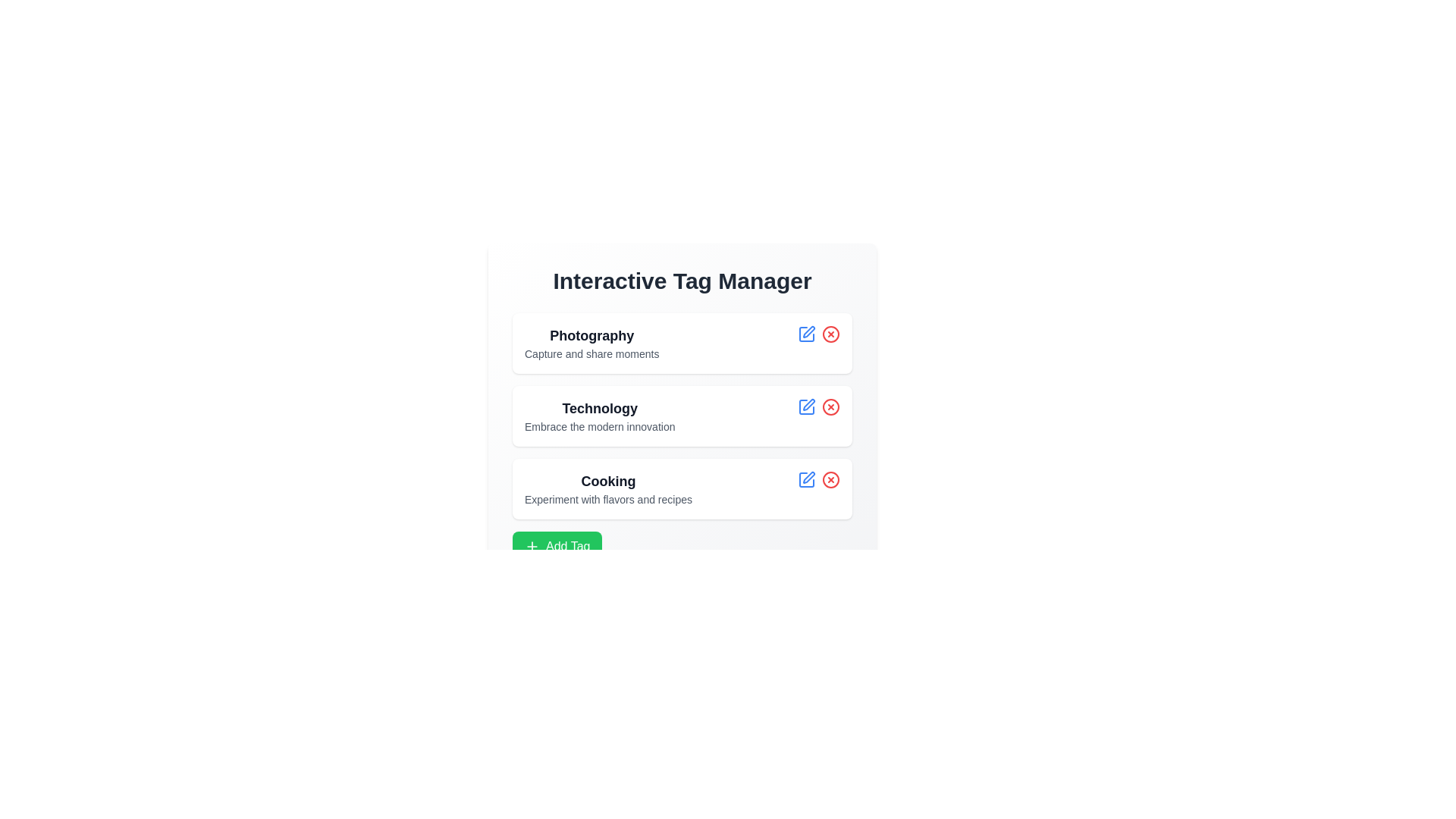 This screenshot has height=819, width=1456. I want to click on the text label displaying 'Experiment with flavors and recipes', which is styled in light gray and located beneath the 'Cooking' title, so click(608, 500).